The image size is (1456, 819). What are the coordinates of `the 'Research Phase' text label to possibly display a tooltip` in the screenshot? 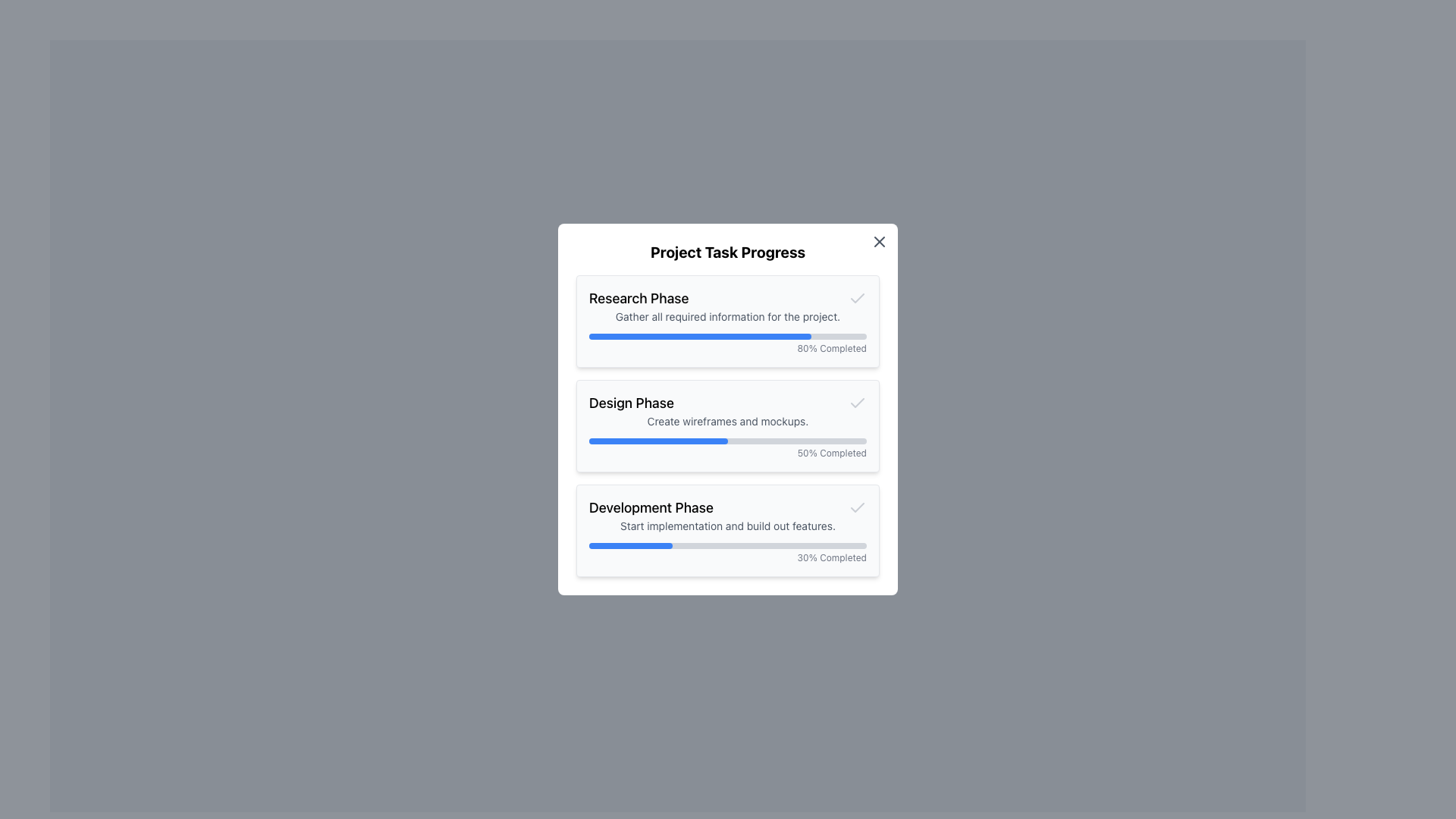 It's located at (639, 298).